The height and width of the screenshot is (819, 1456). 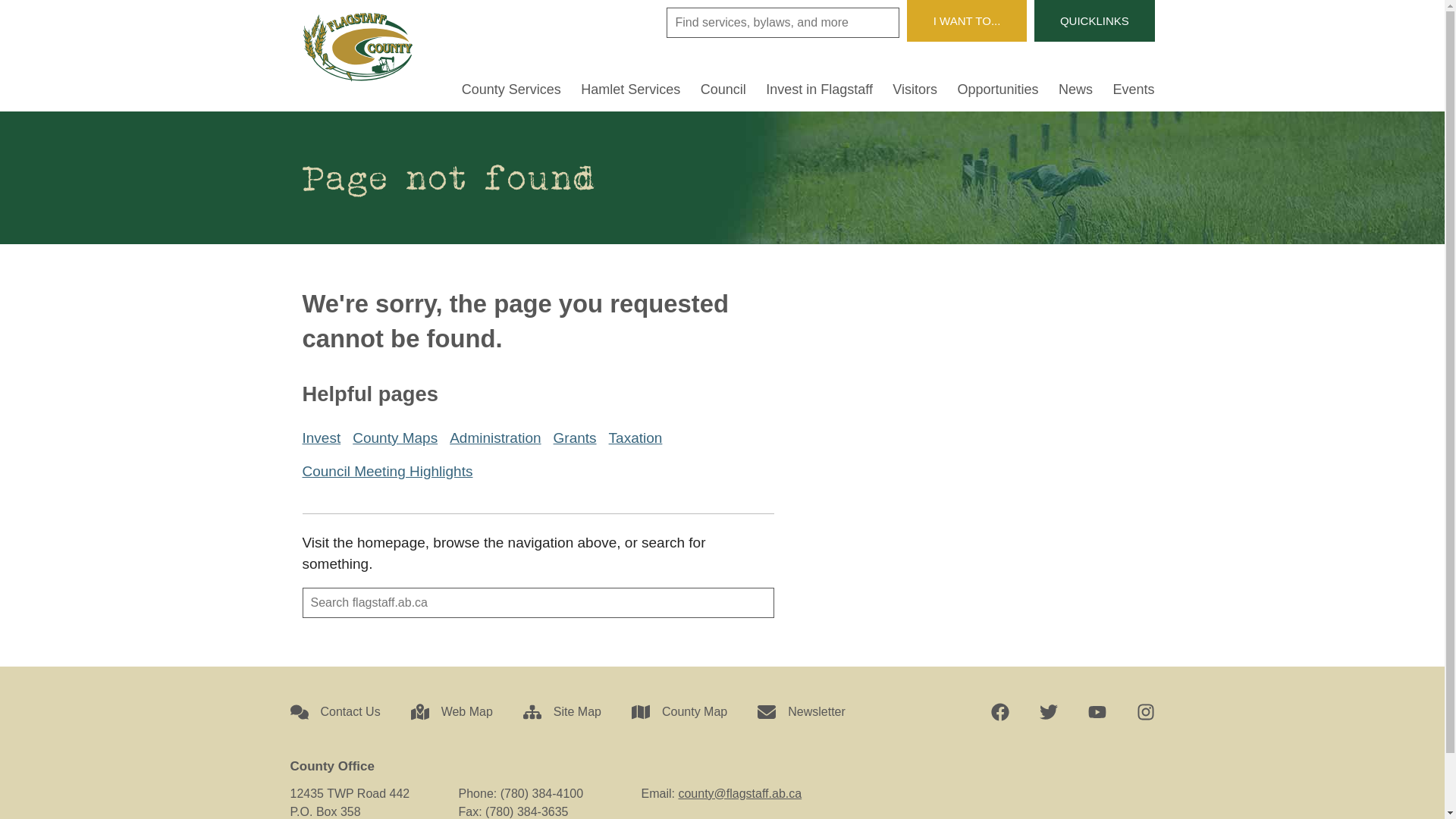 I want to click on 'Instagram', so click(x=1135, y=711).